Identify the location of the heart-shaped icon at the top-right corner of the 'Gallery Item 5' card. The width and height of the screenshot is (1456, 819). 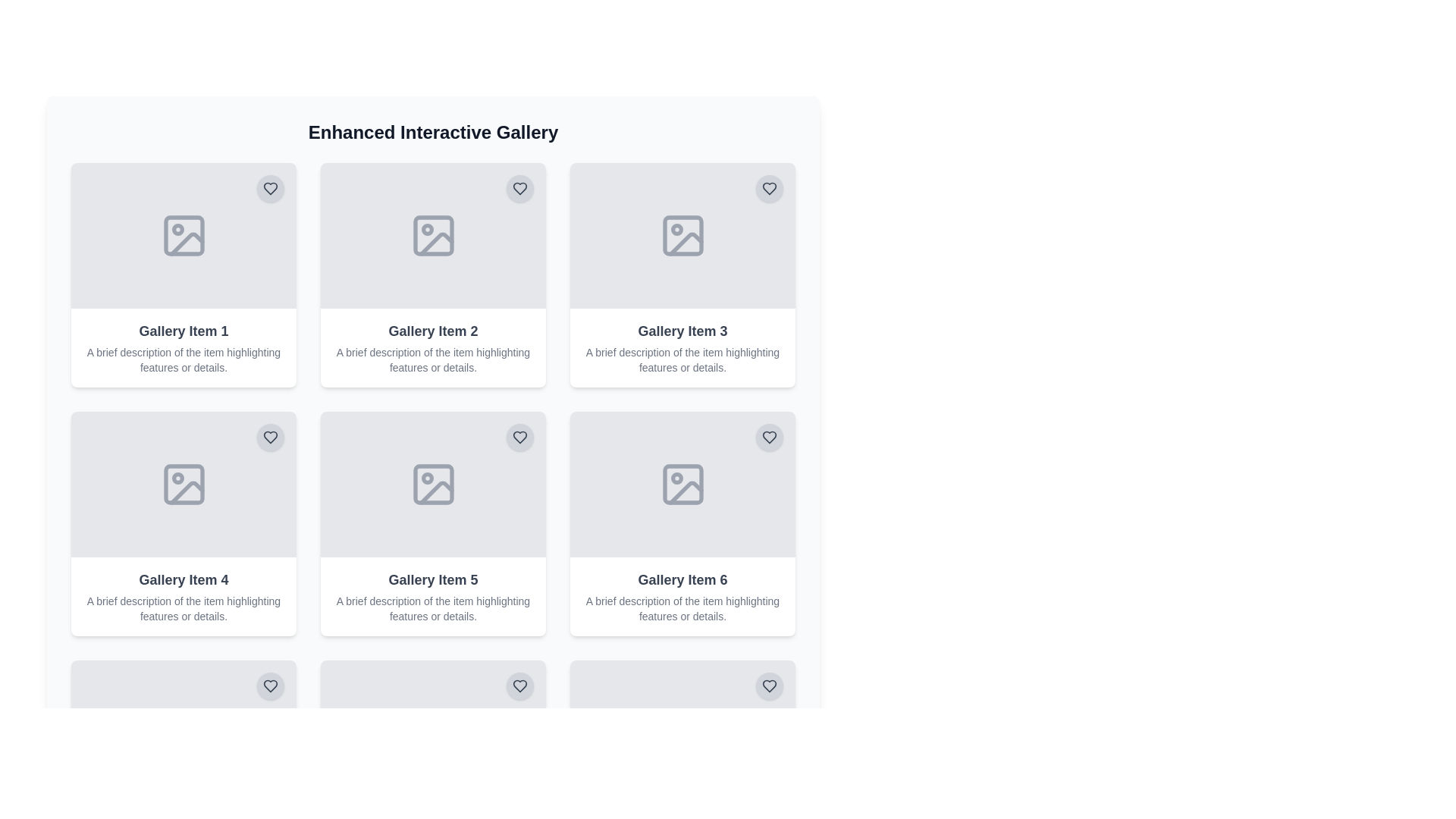
(270, 438).